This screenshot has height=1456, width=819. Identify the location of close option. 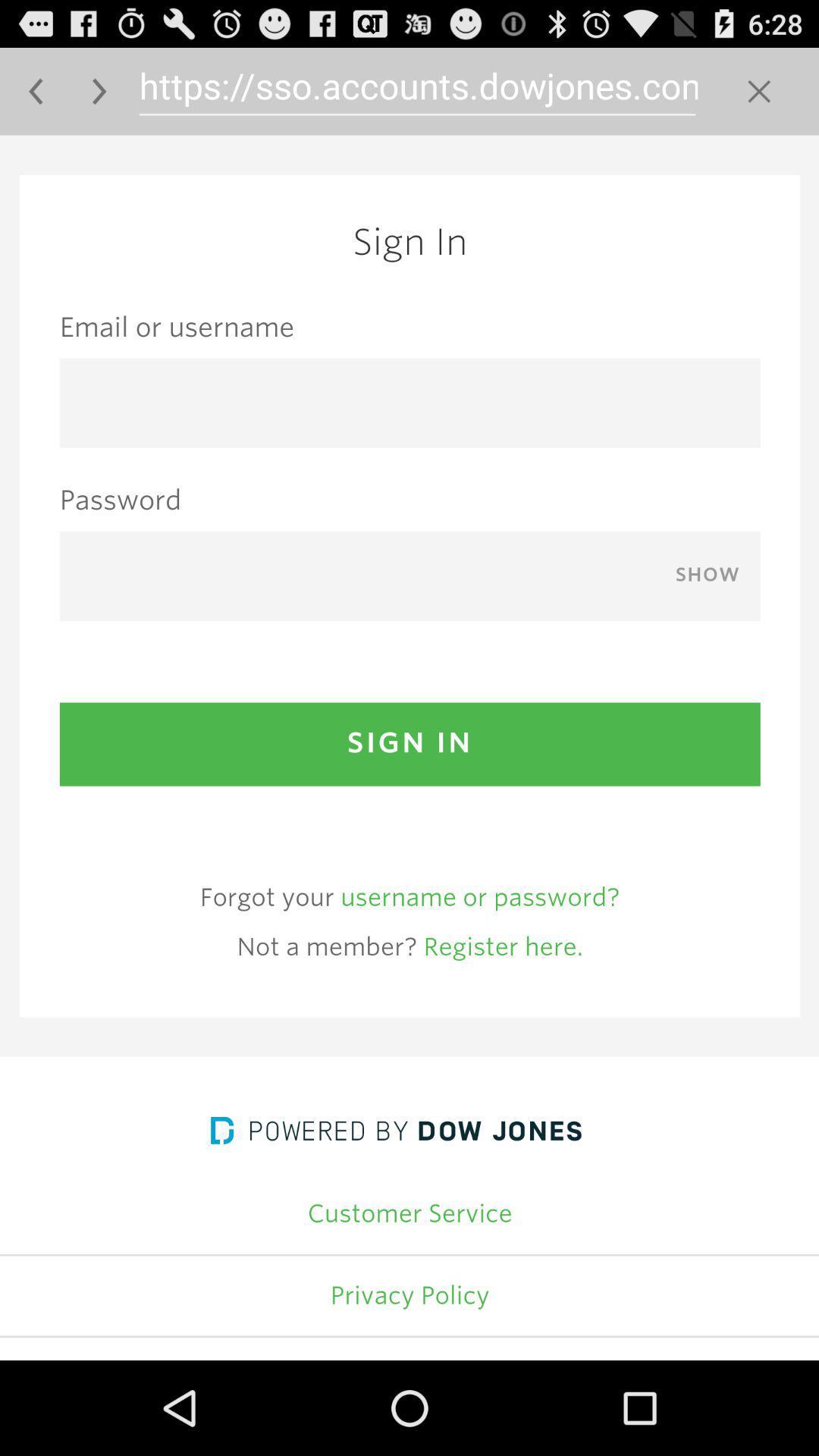
(759, 90).